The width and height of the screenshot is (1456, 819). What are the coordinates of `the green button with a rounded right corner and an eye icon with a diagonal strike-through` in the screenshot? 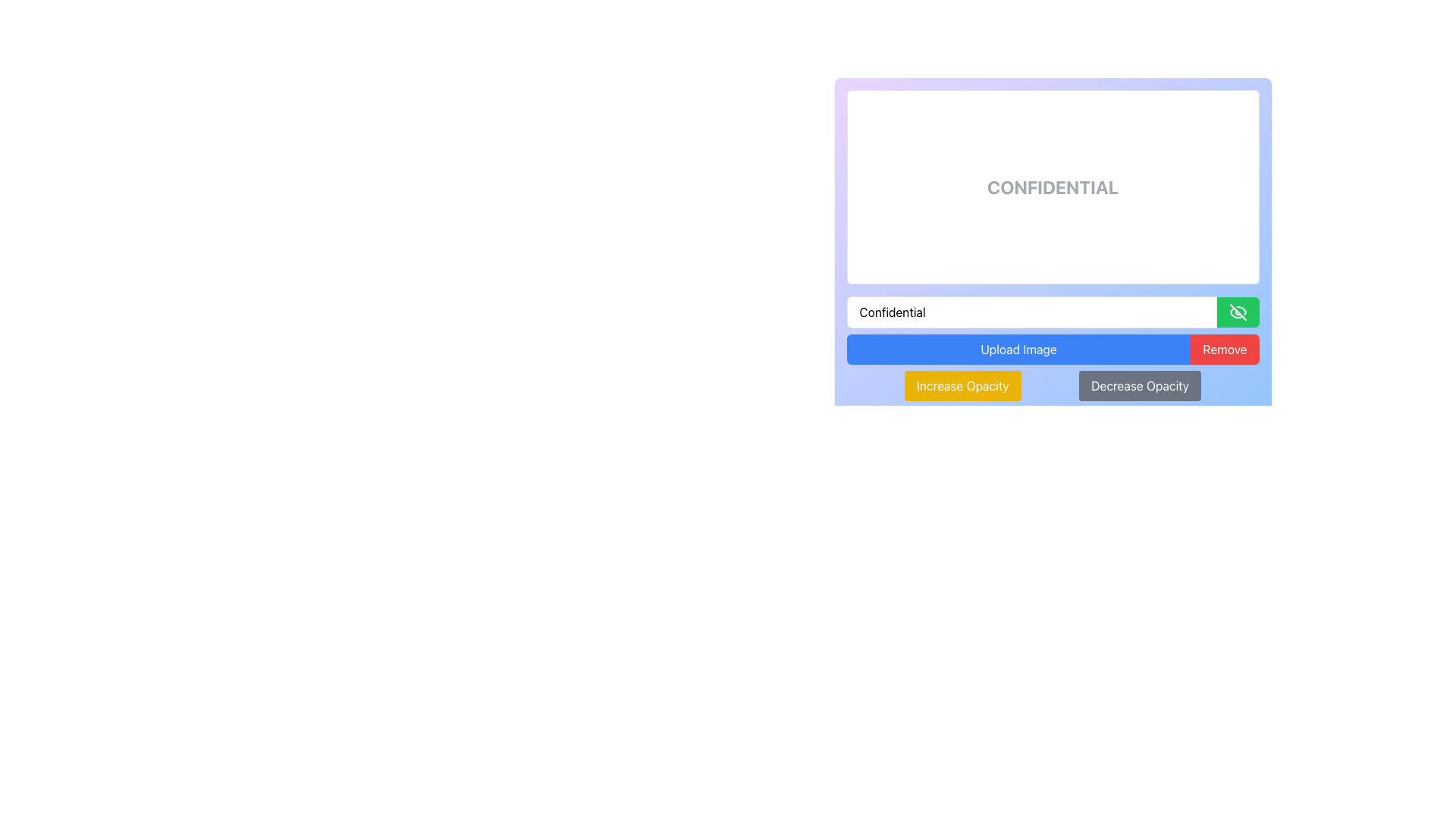 It's located at (1238, 312).